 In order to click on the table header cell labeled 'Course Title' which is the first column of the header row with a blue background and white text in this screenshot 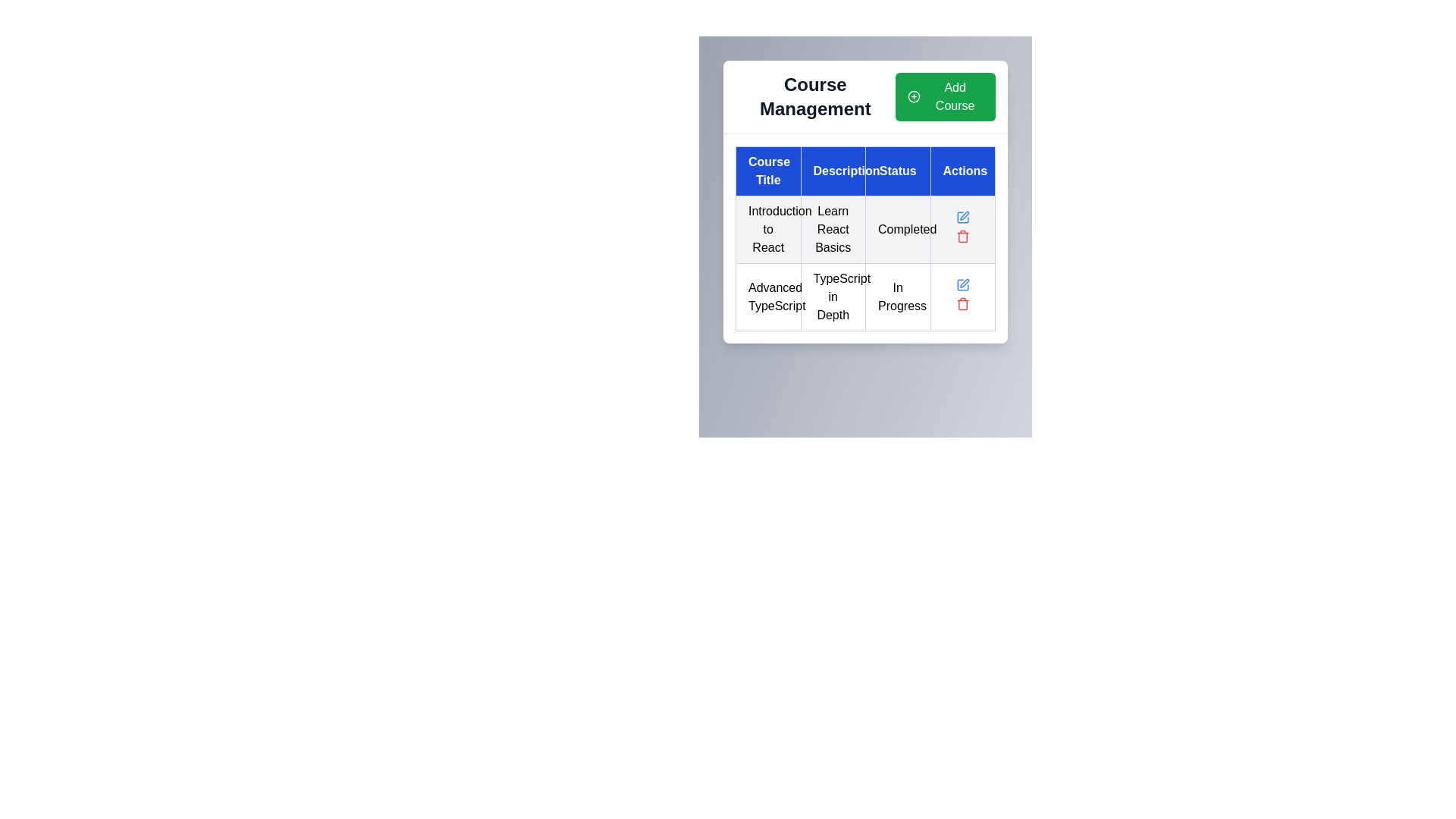, I will do `click(768, 171)`.